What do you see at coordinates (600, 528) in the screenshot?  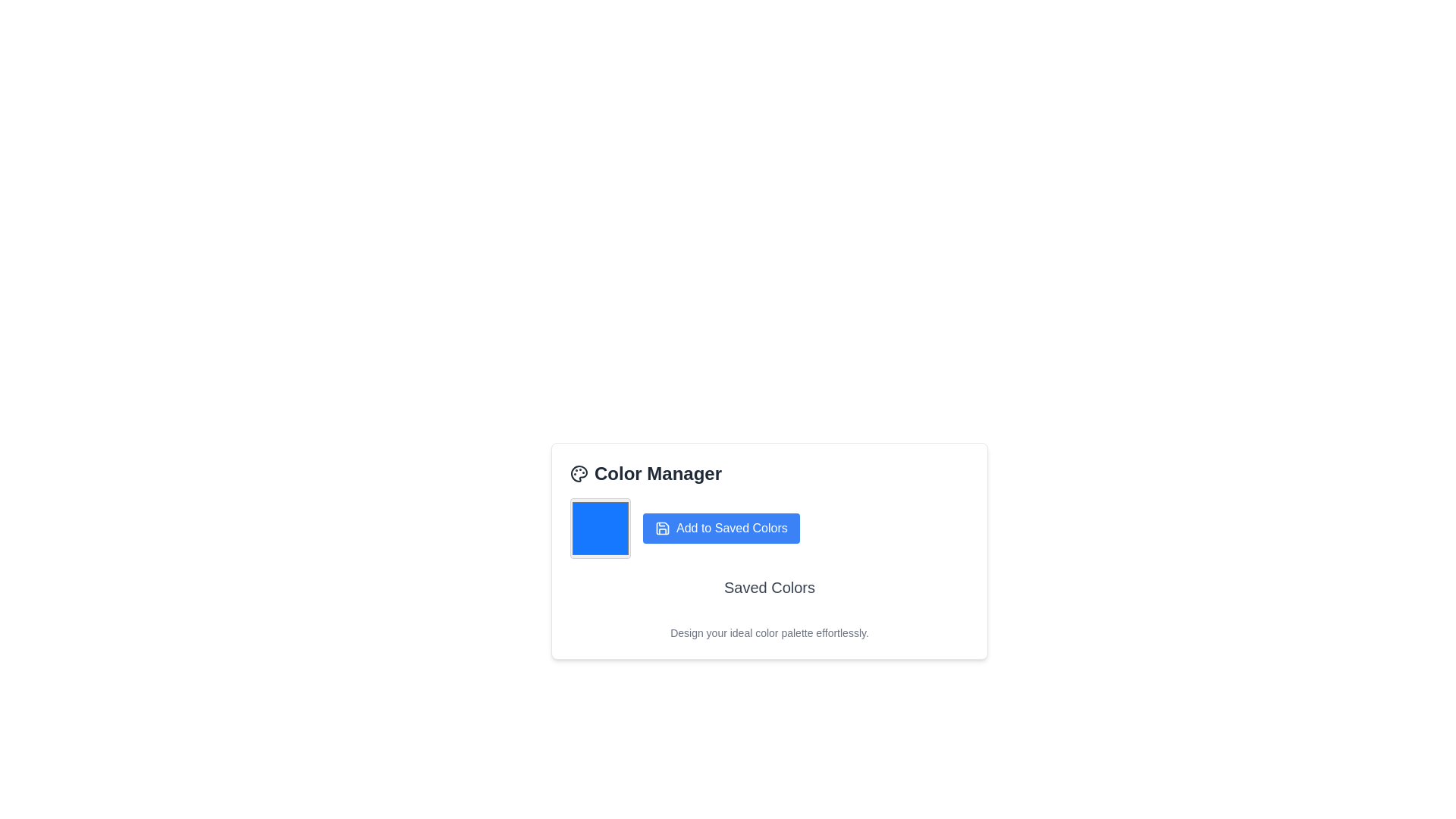 I see `the bright blue color swatch with a light gray border` at bounding box center [600, 528].